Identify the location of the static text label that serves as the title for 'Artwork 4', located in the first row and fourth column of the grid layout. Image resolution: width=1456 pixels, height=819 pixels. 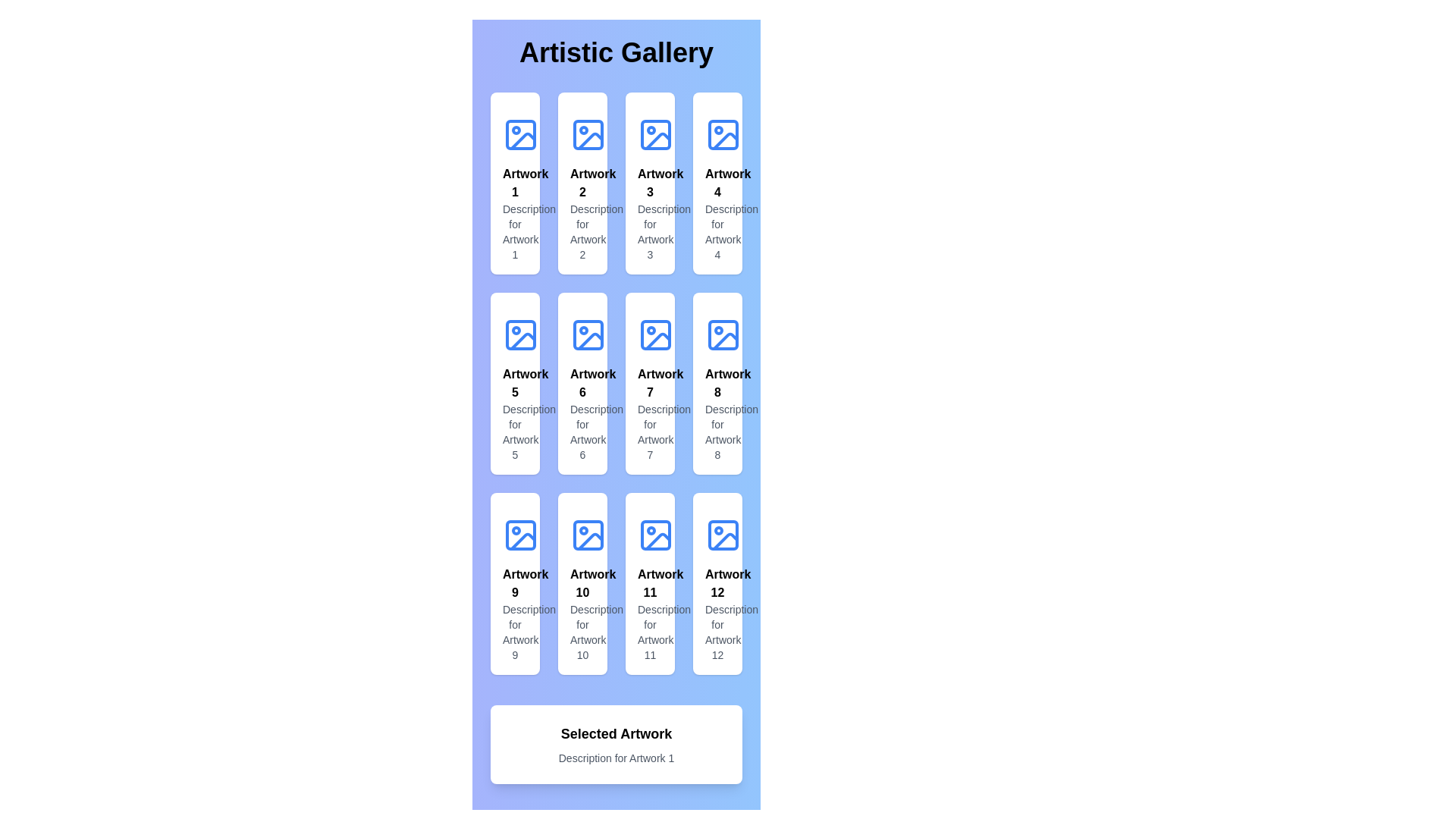
(717, 183).